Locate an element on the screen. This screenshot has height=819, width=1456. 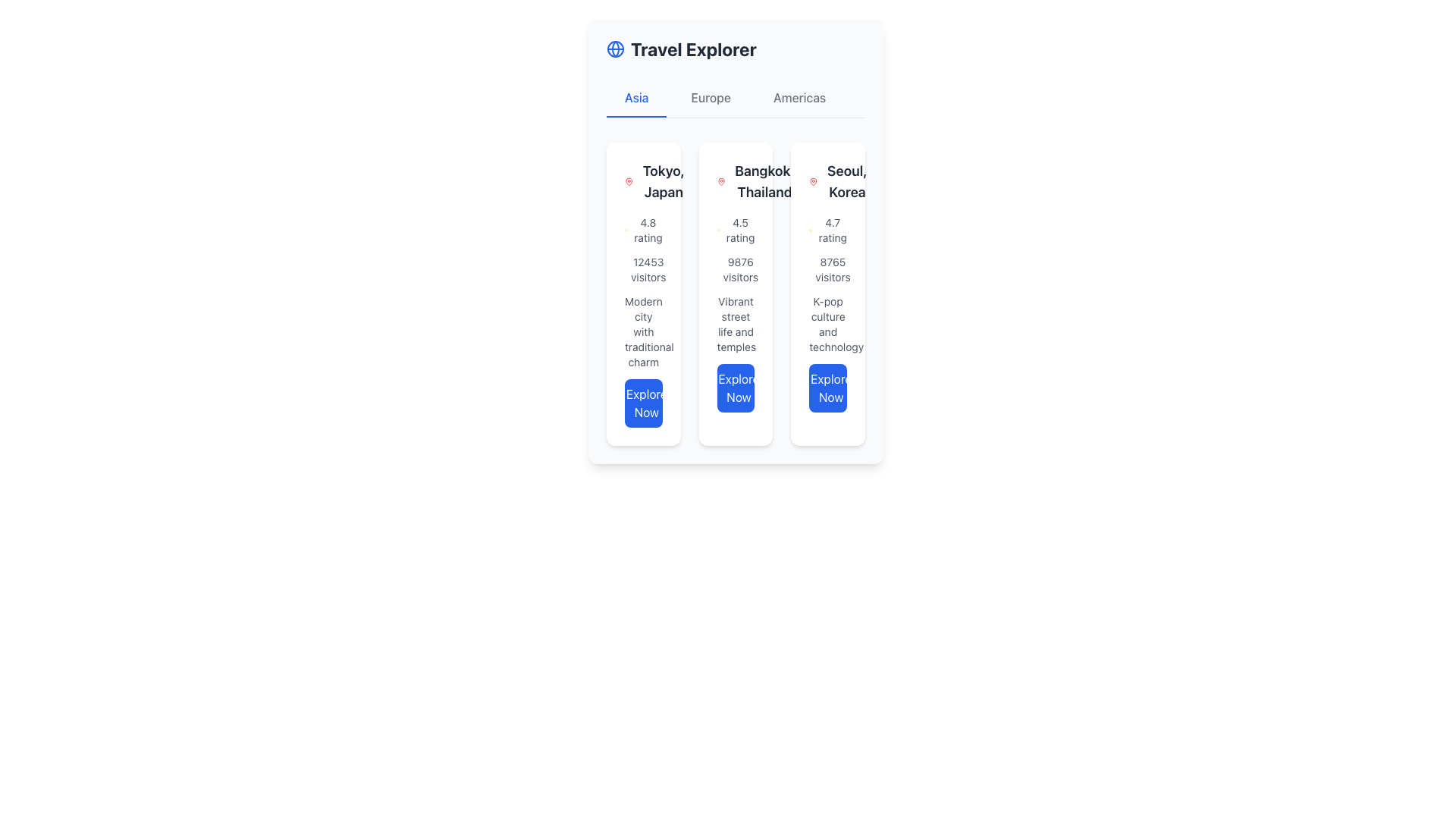
the star icon representing a 4.5 rating, which is located to the left of the '4.5 rating' text in the middle column of a three-column layout is located at coordinates (717, 231).